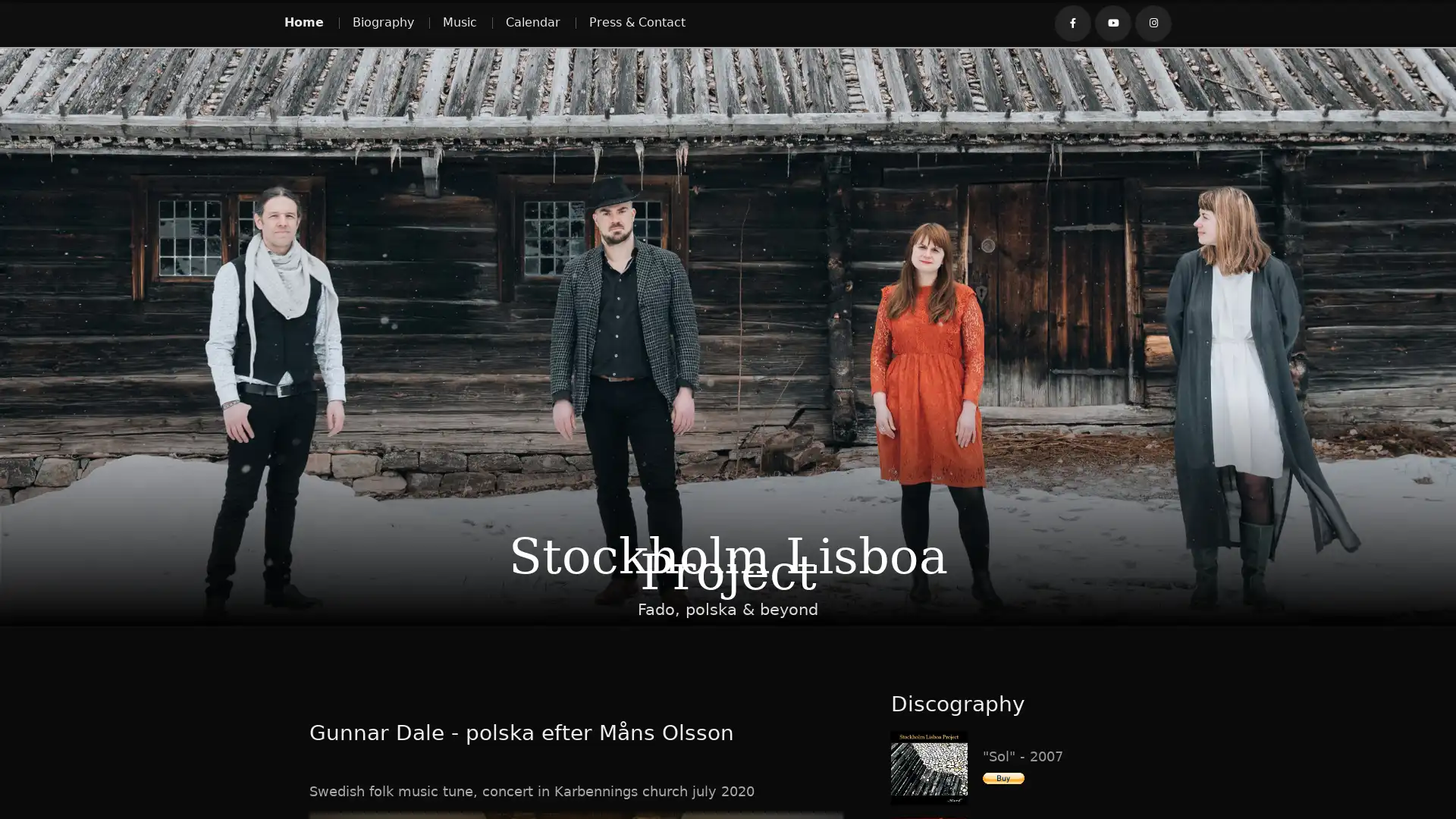 This screenshot has height=819, width=1456. Describe the element at coordinates (1003, 777) in the screenshot. I see `PayPal buy button` at that location.